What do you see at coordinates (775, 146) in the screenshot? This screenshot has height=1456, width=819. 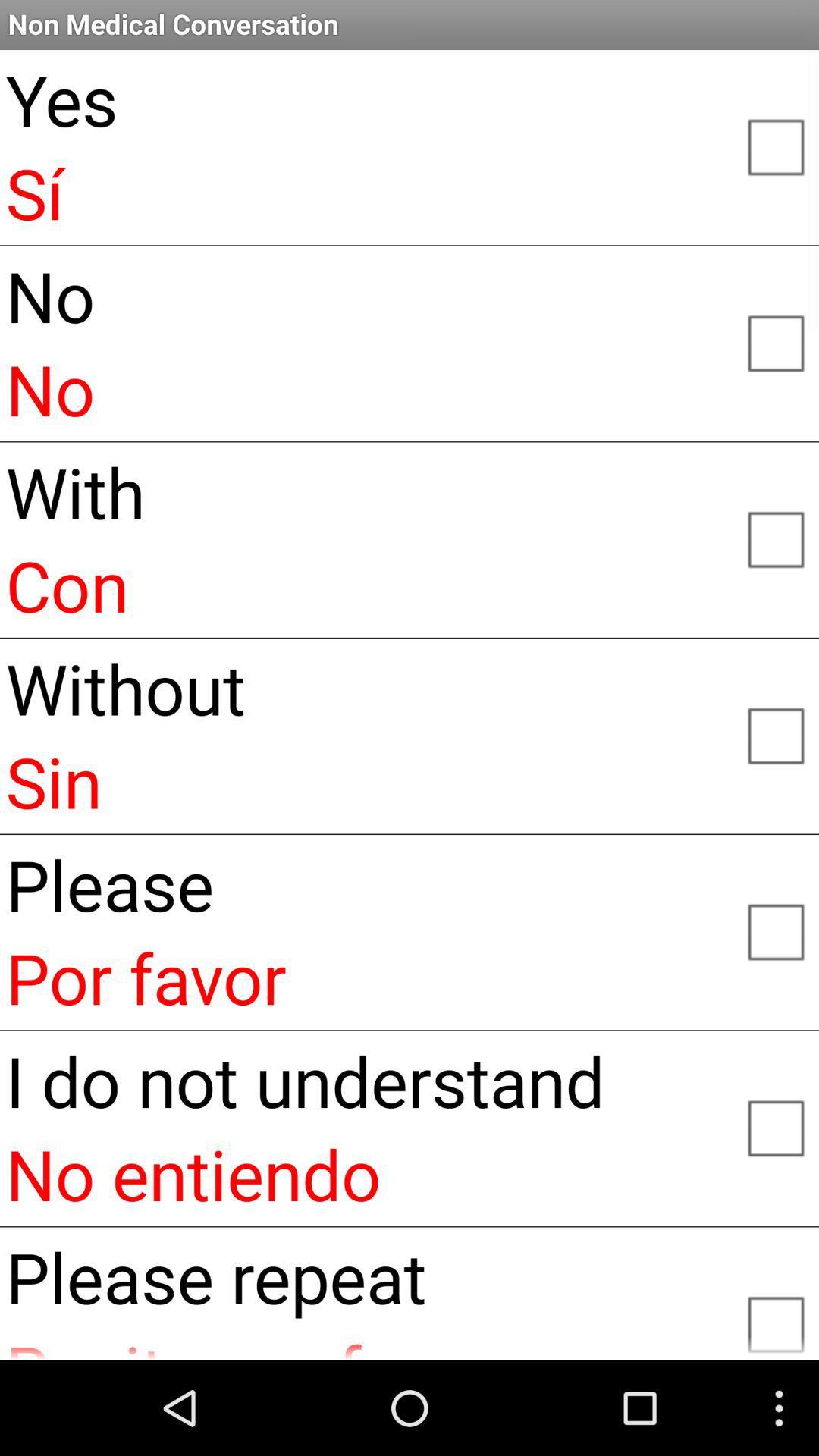 I see `the 'yes option` at bounding box center [775, 146].